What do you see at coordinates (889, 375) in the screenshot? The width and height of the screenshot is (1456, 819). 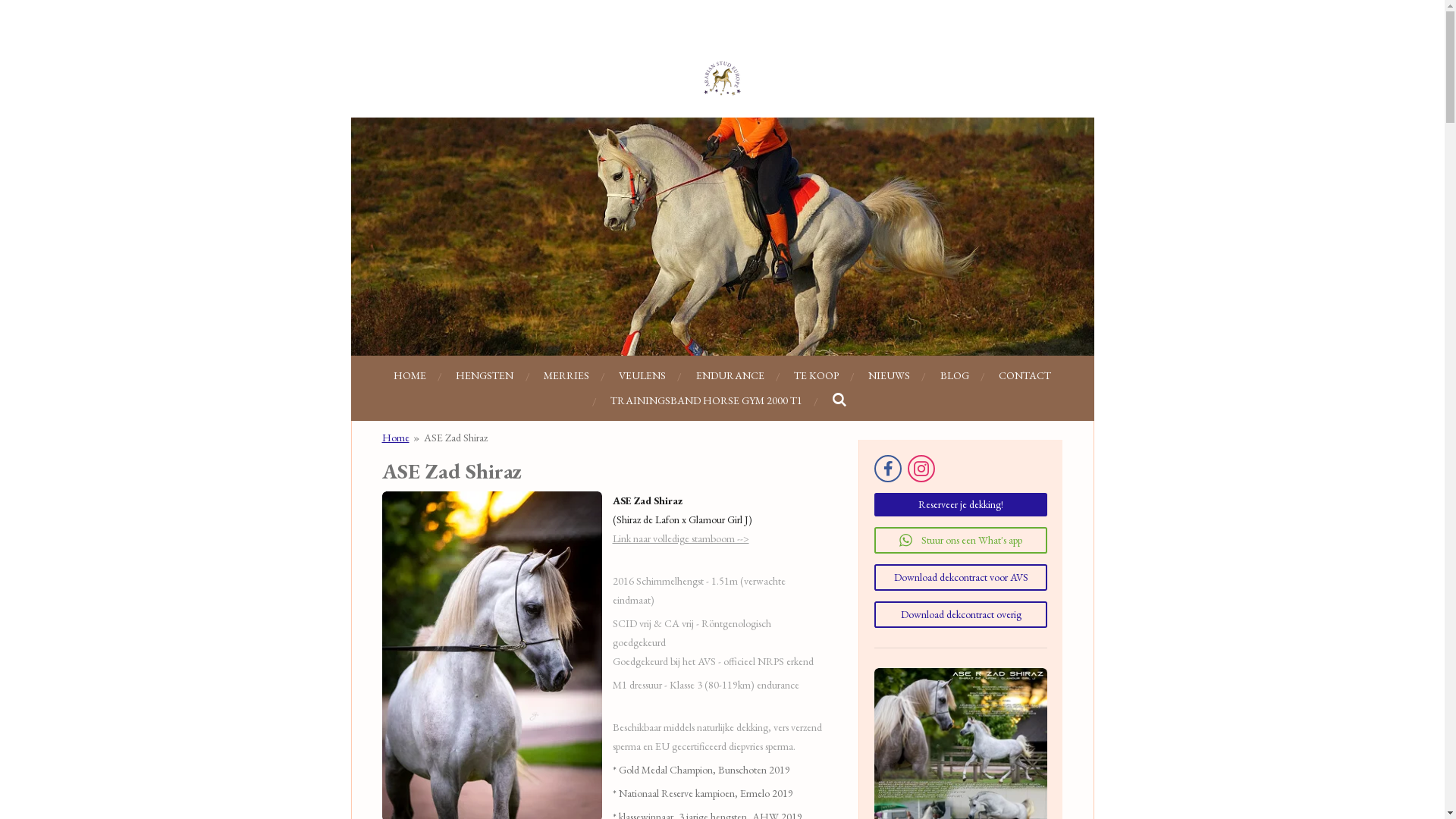 I see `'NIEUWS'` at bounding box center [889, 375].